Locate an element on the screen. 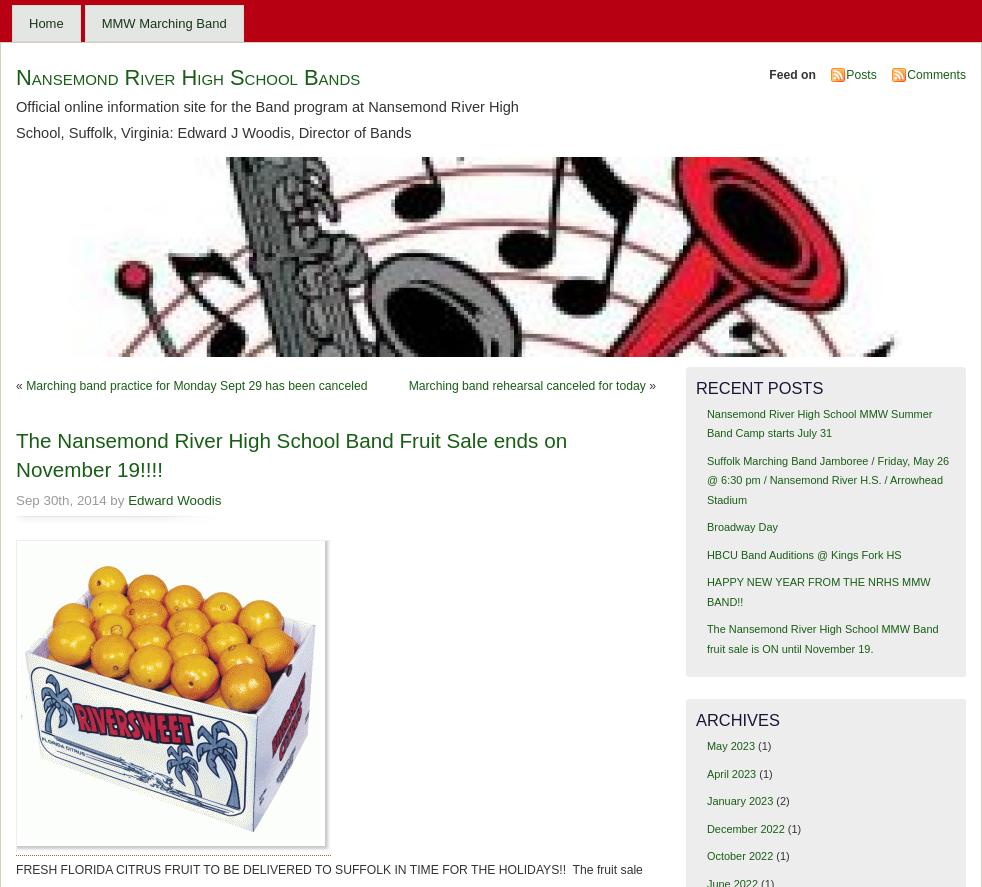  'Comments' is located at coordinates (936, 72).